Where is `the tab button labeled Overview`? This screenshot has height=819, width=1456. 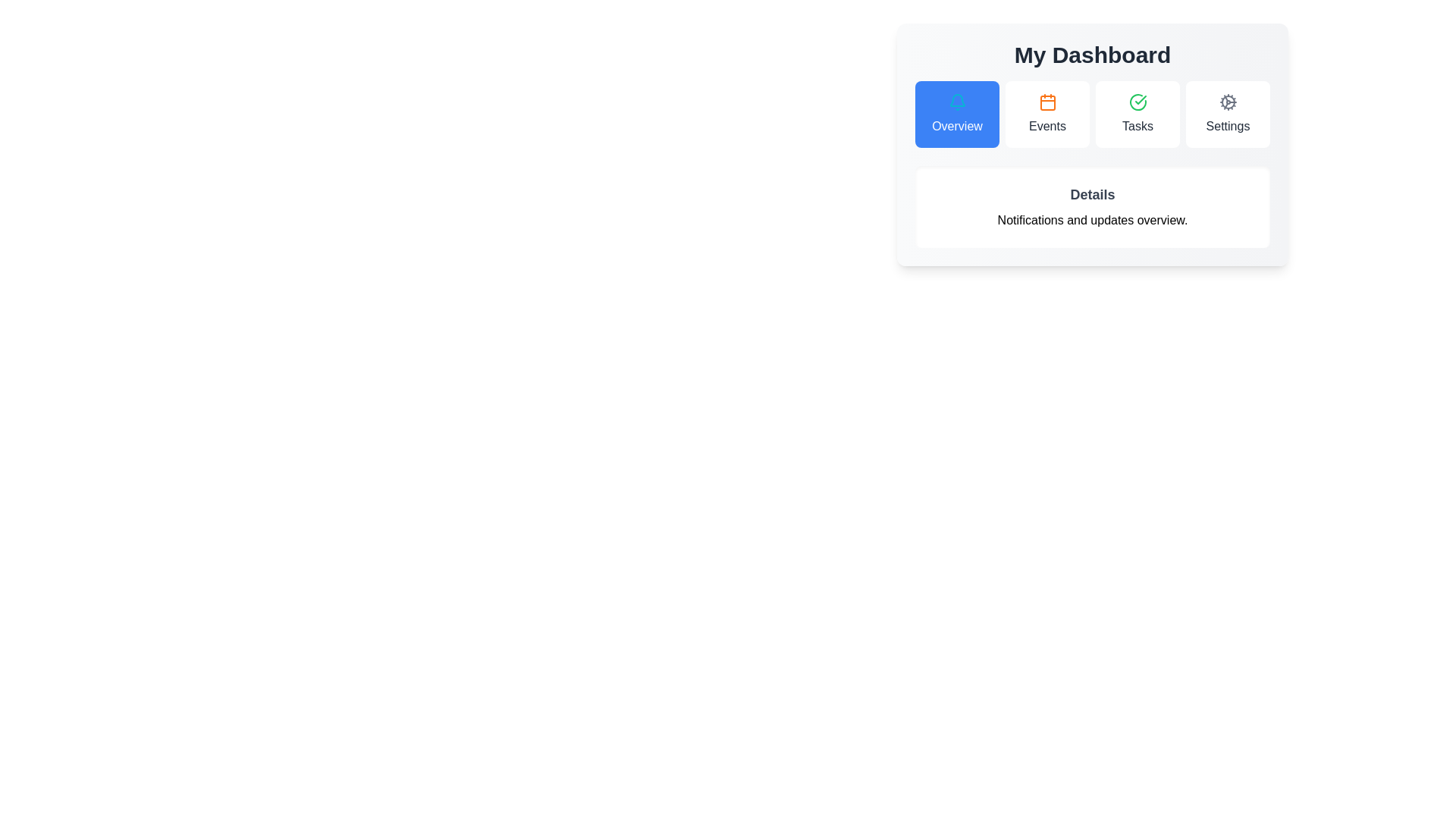
the tab button labeled Overview is located at coordinates (956, 113).